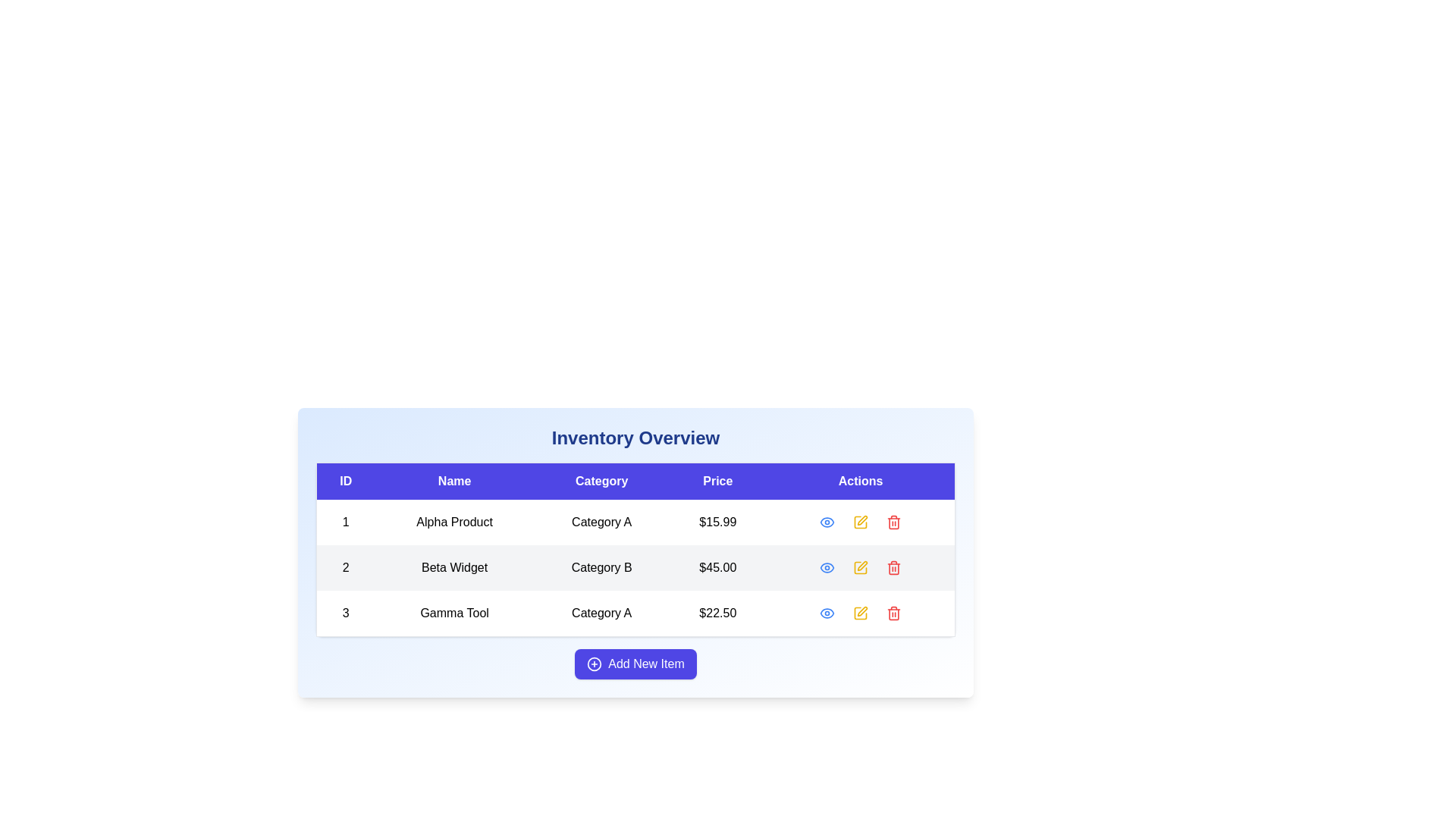 The width and height of the screenshot is (1456, 819). I want to click on the 'Beta Widget' label located in the second row under the 'Name' column of the table structure, so click(453, 567).